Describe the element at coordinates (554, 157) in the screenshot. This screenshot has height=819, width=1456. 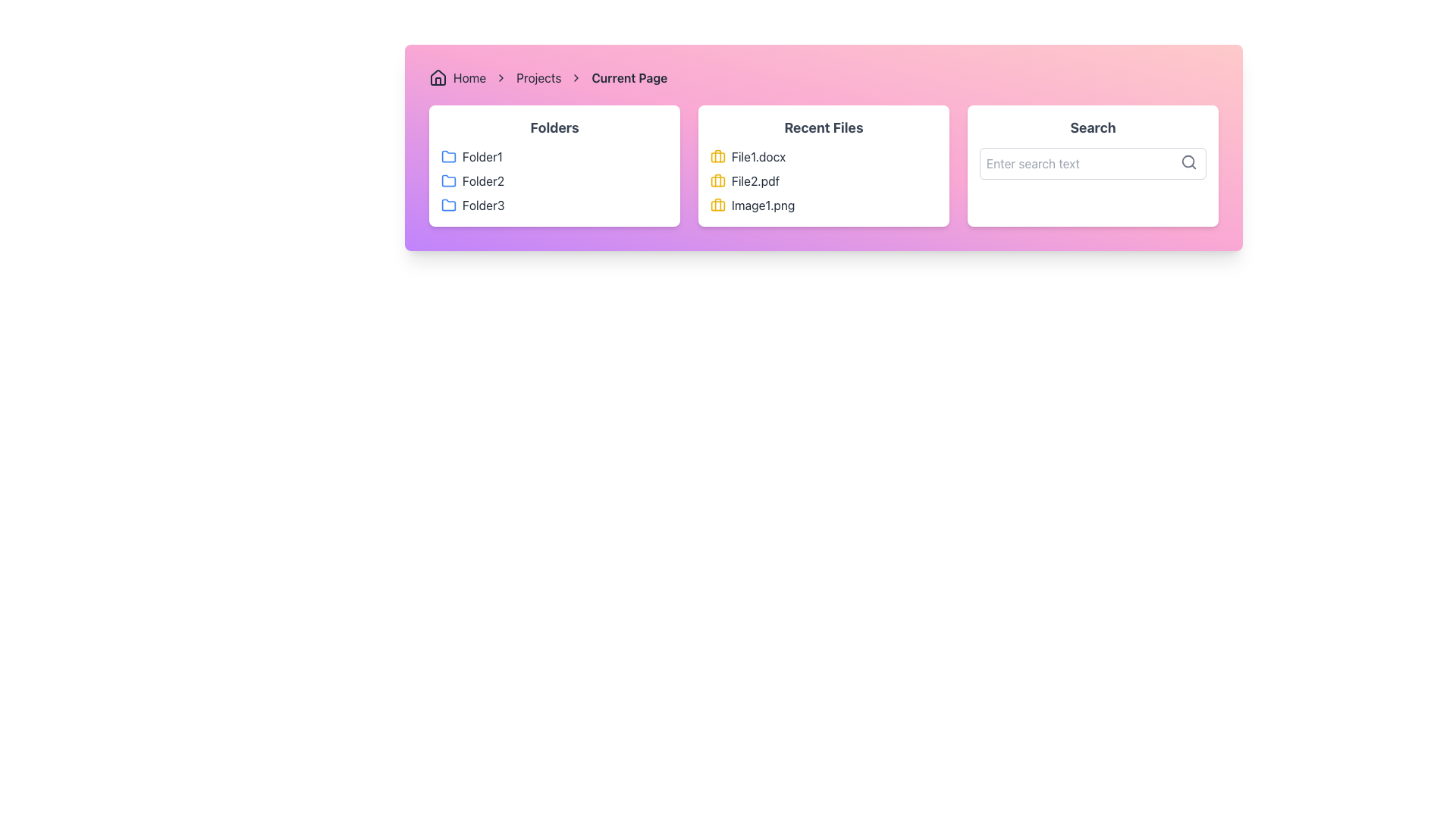
I see `the 'Folder1' element, which is the first item in the list of folders` at that location.